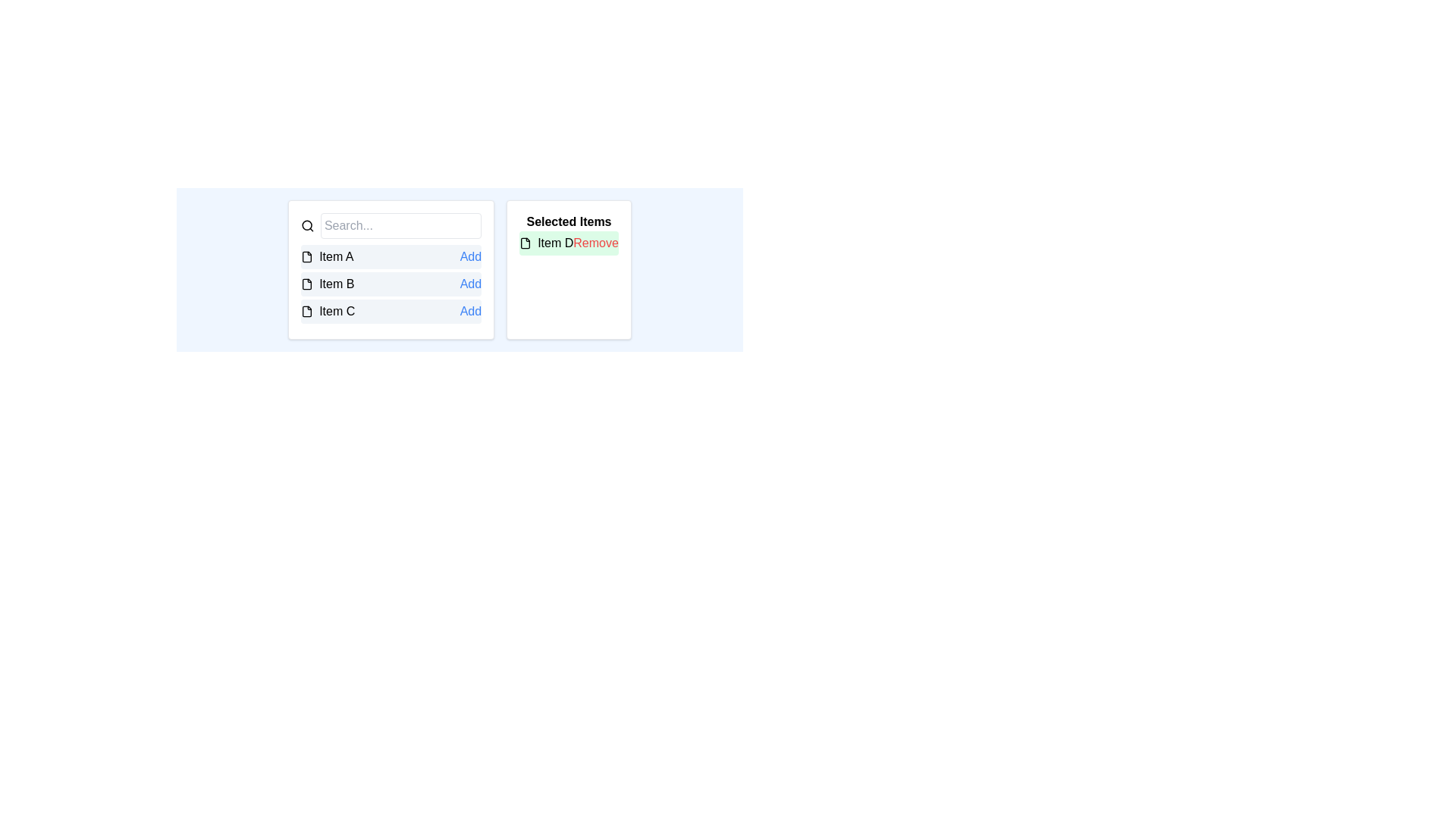  I want to click on the third 'Add' button next to 'Item C' to change its color, so click(469, 311).